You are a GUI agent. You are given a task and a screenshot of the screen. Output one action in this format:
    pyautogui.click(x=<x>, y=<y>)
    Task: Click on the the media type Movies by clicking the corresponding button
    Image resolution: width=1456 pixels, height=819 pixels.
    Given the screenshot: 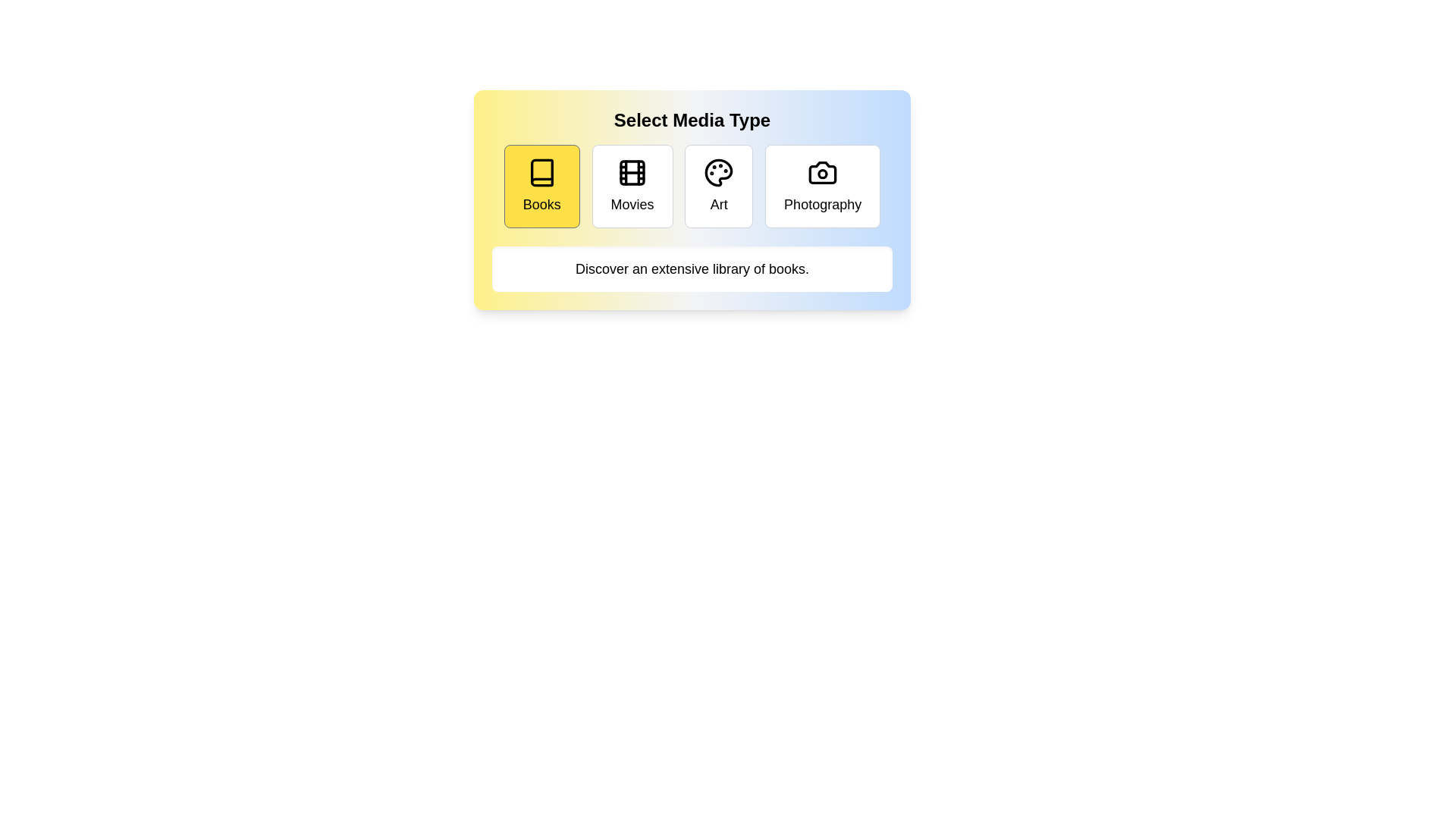 What is the action you would take?
    pyautogui.click(x=632, y=186)
    